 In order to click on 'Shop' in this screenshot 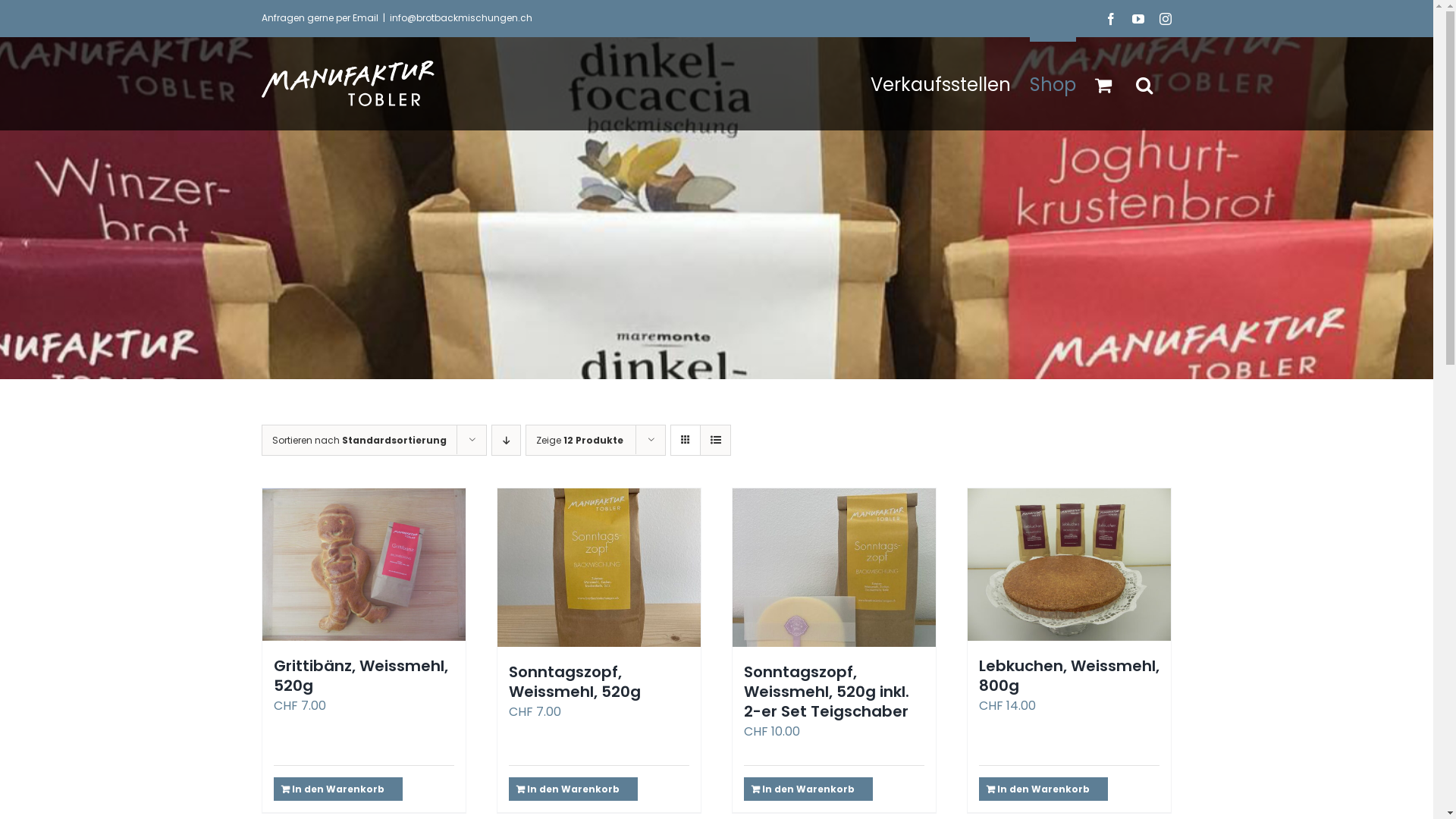, I will do `click(1052, 82)`.